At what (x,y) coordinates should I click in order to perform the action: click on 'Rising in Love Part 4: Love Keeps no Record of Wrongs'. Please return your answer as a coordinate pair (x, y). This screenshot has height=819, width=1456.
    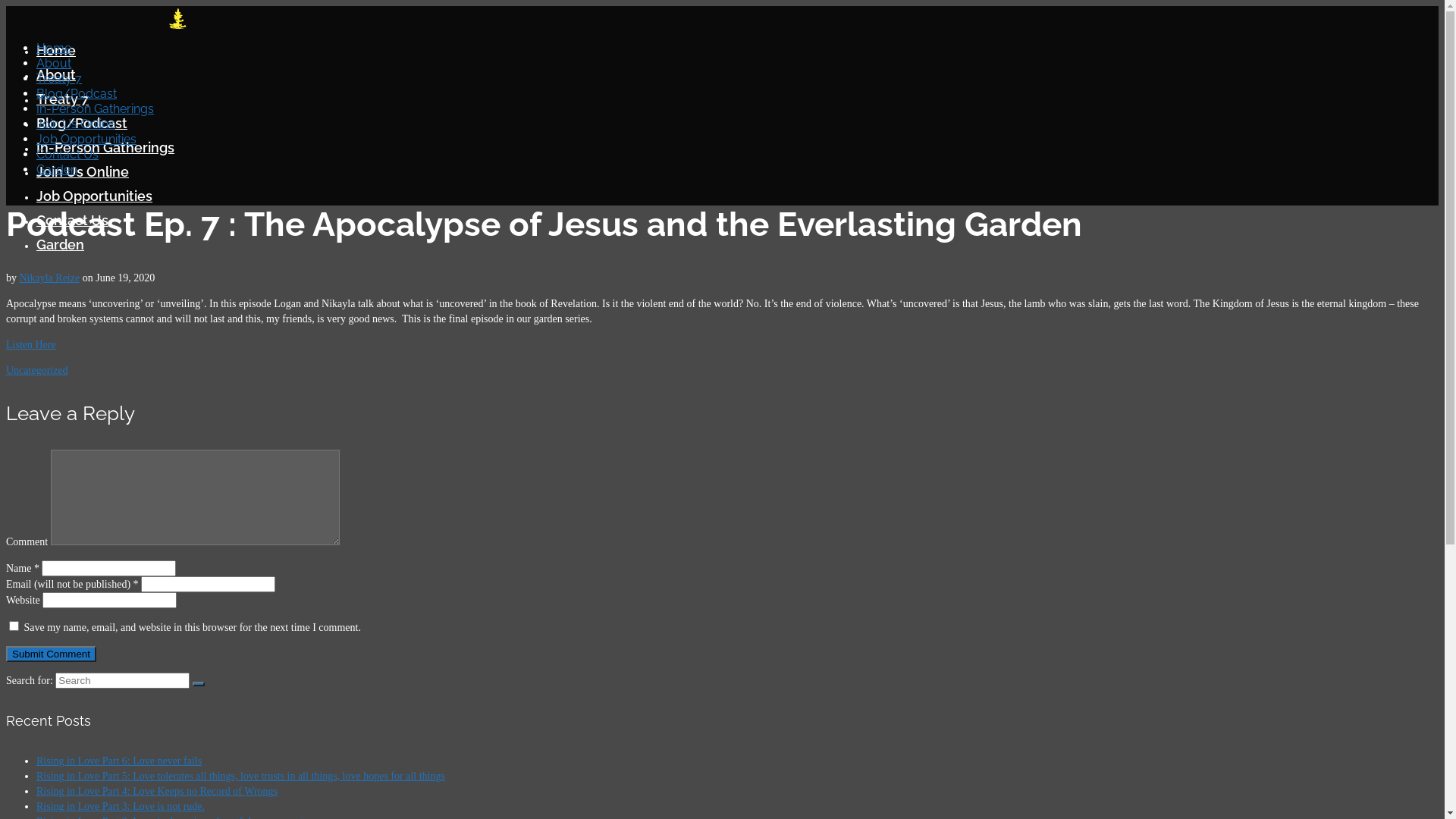
    Looking at the image, I should click on (156, 790).